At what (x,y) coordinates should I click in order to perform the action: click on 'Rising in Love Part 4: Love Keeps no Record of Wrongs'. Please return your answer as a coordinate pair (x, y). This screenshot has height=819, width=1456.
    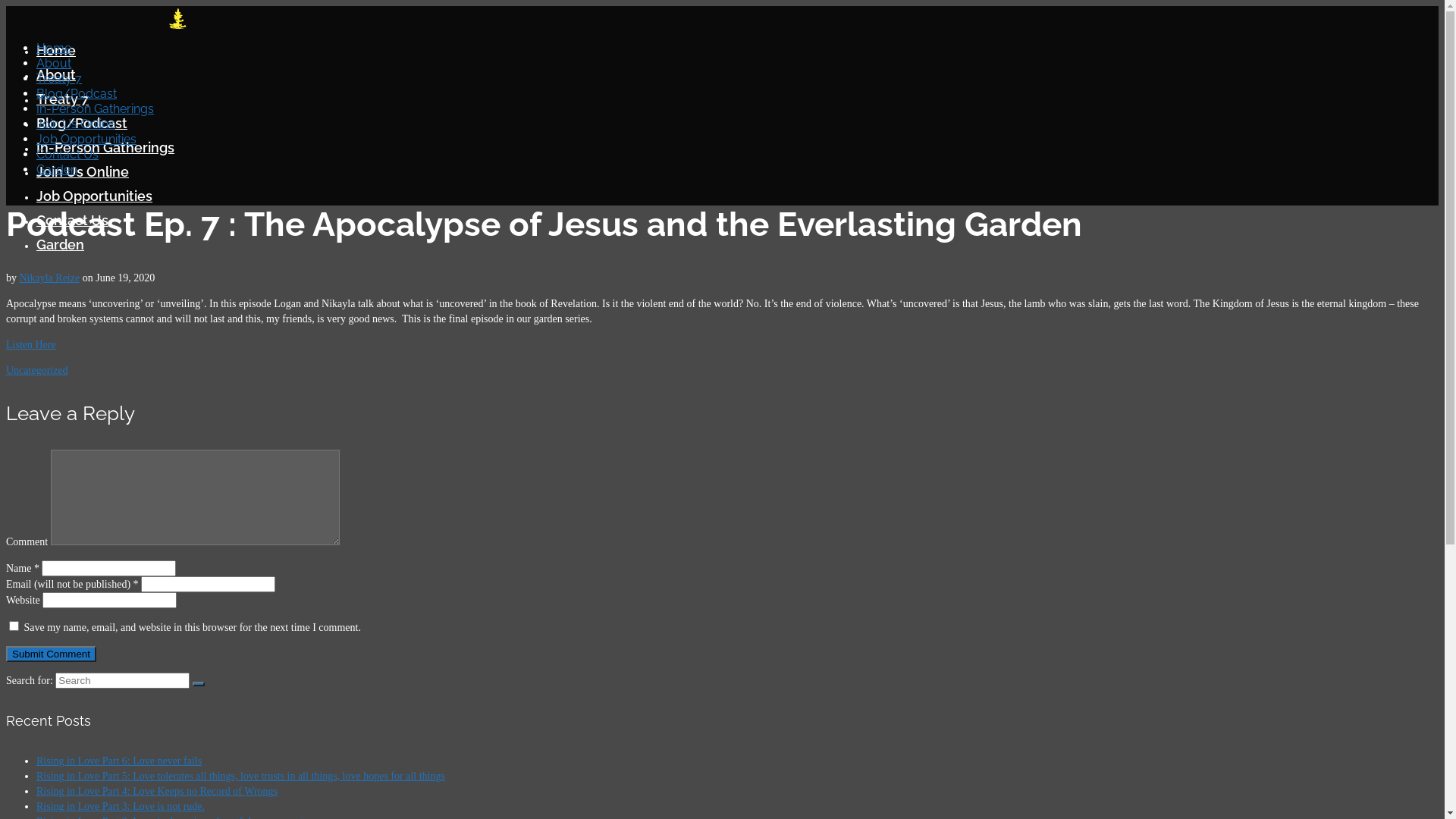
    Looking at the image, I should click on (156, 790).